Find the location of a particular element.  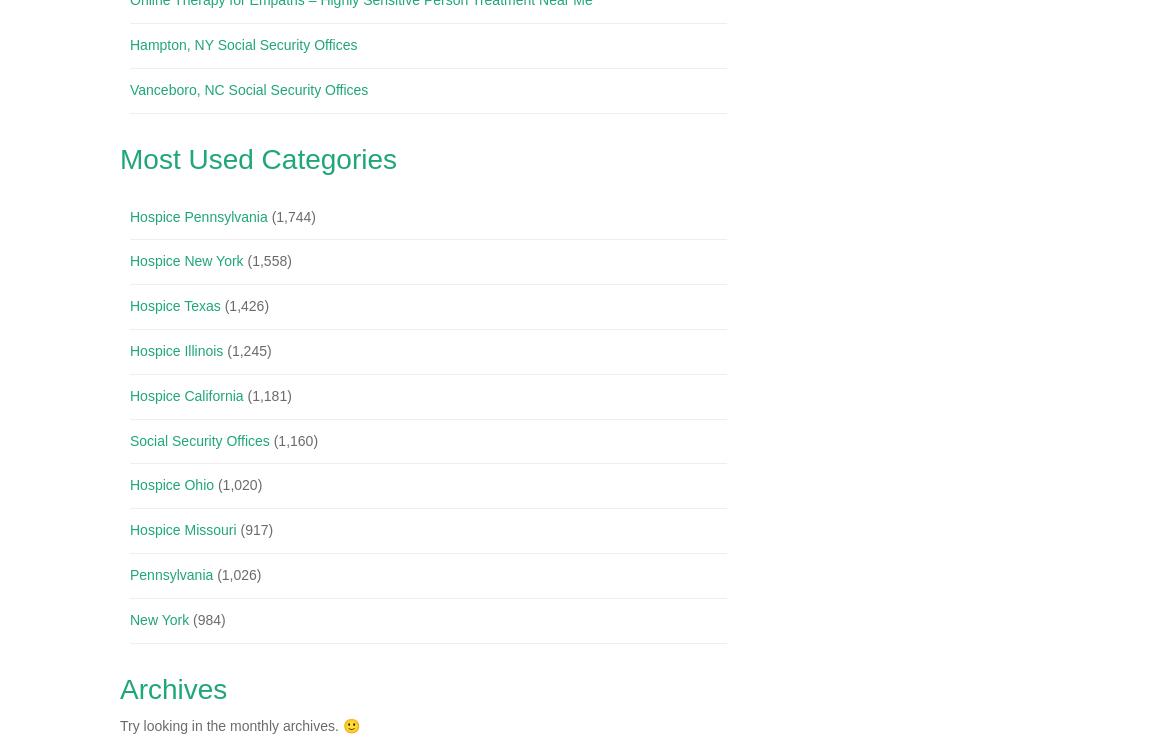

'Pennsylvania' is located at coordinates (170, 574).